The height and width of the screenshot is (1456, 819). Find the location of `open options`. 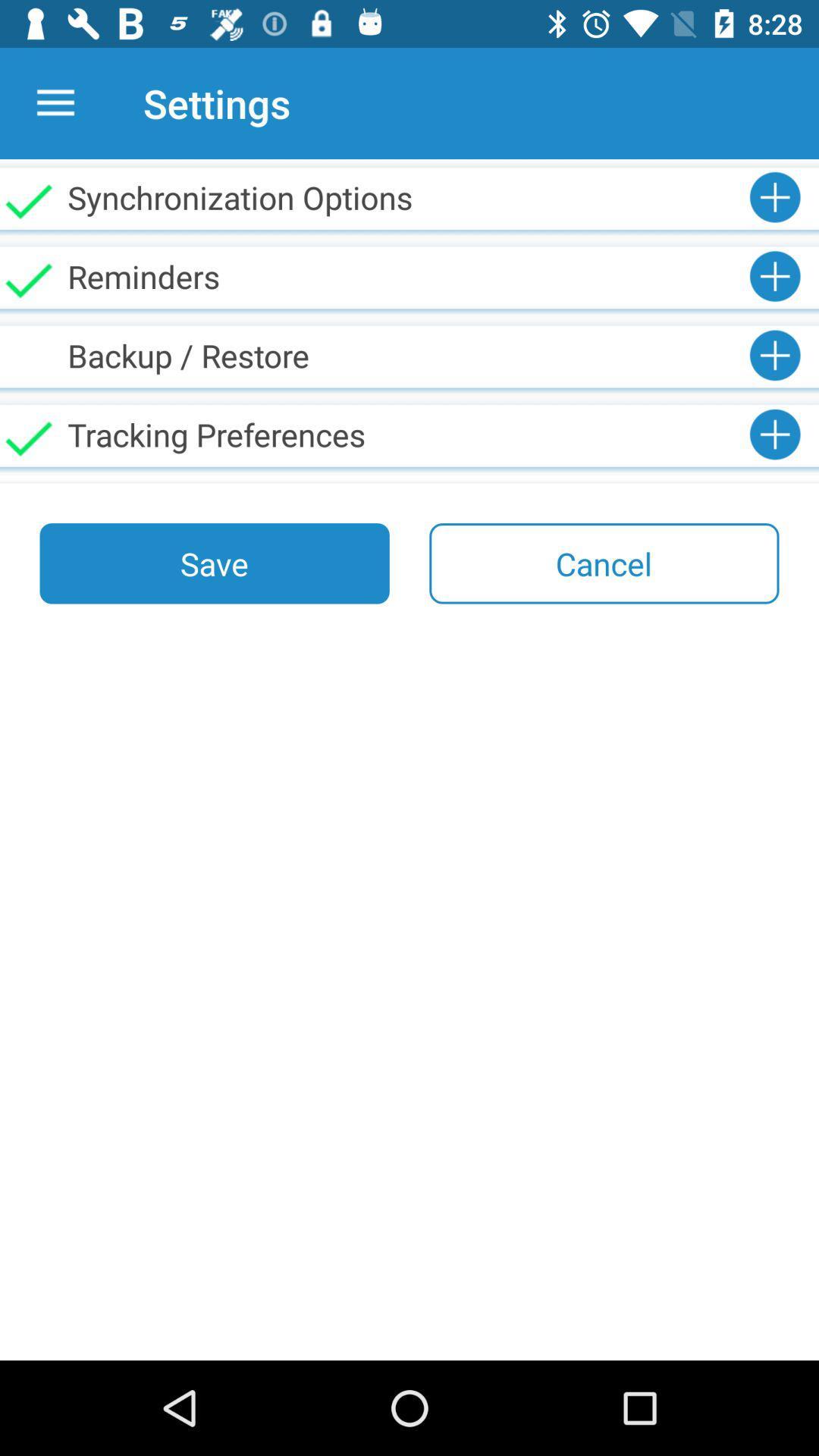

open options is located at coordinates (55, 102).